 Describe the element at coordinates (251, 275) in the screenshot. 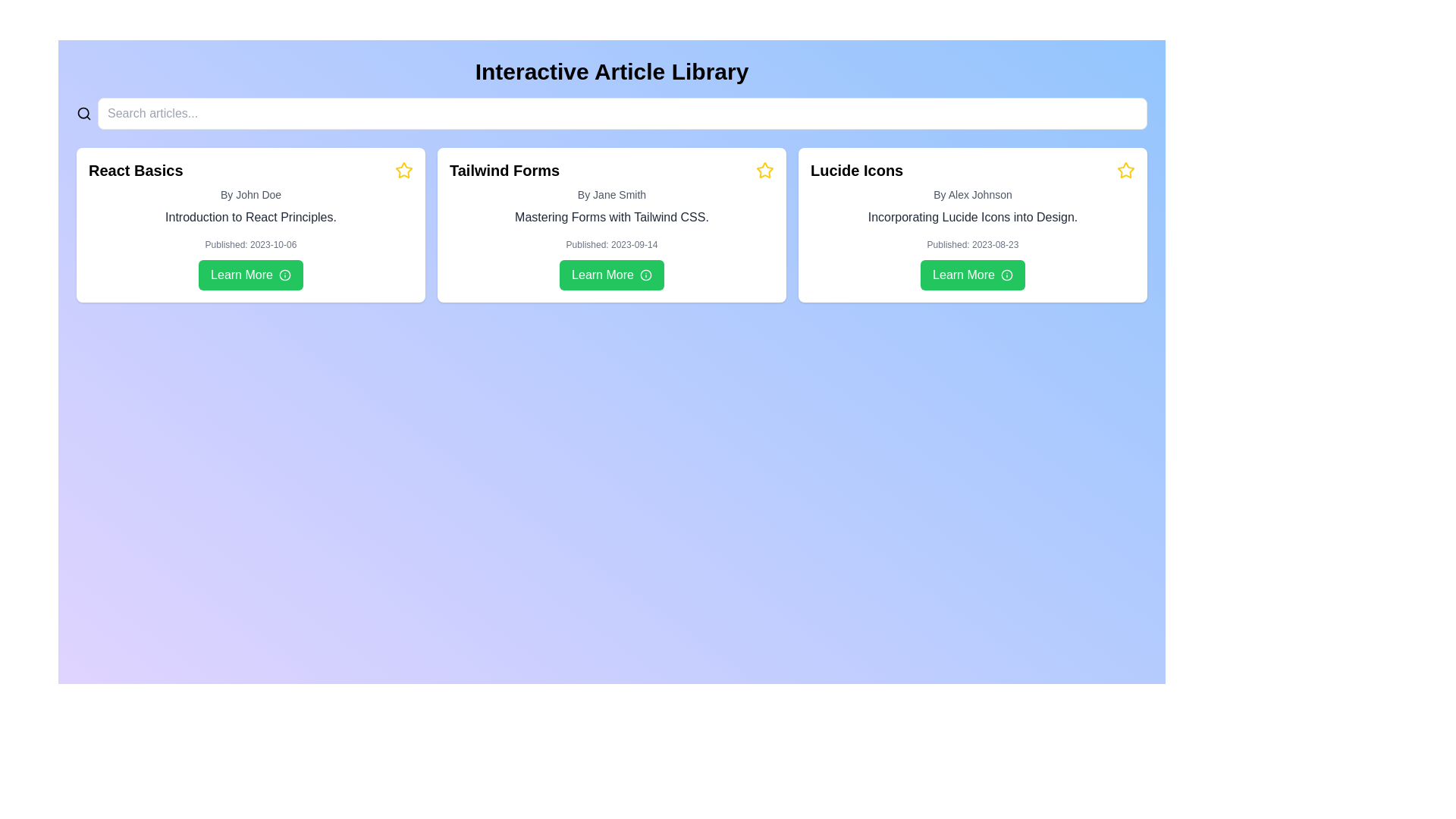

I see `the green button labeled 'Learn More' with an info icon, located at the bottom center of the 'React Basics' card in the 'Interactive Article Library' section` at that location.